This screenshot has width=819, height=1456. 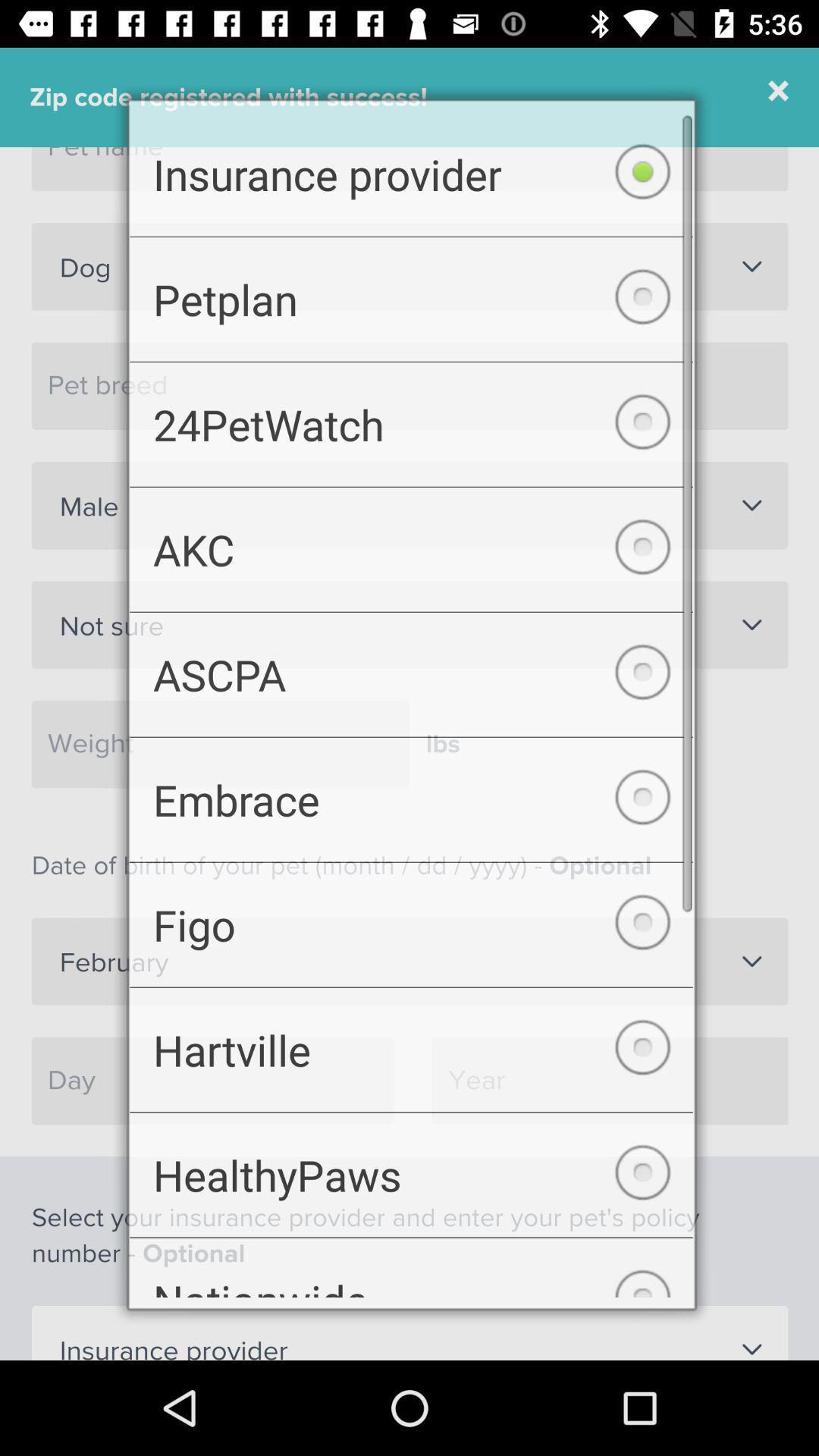 I want to click on the akc item, so click(x=411, y=545).